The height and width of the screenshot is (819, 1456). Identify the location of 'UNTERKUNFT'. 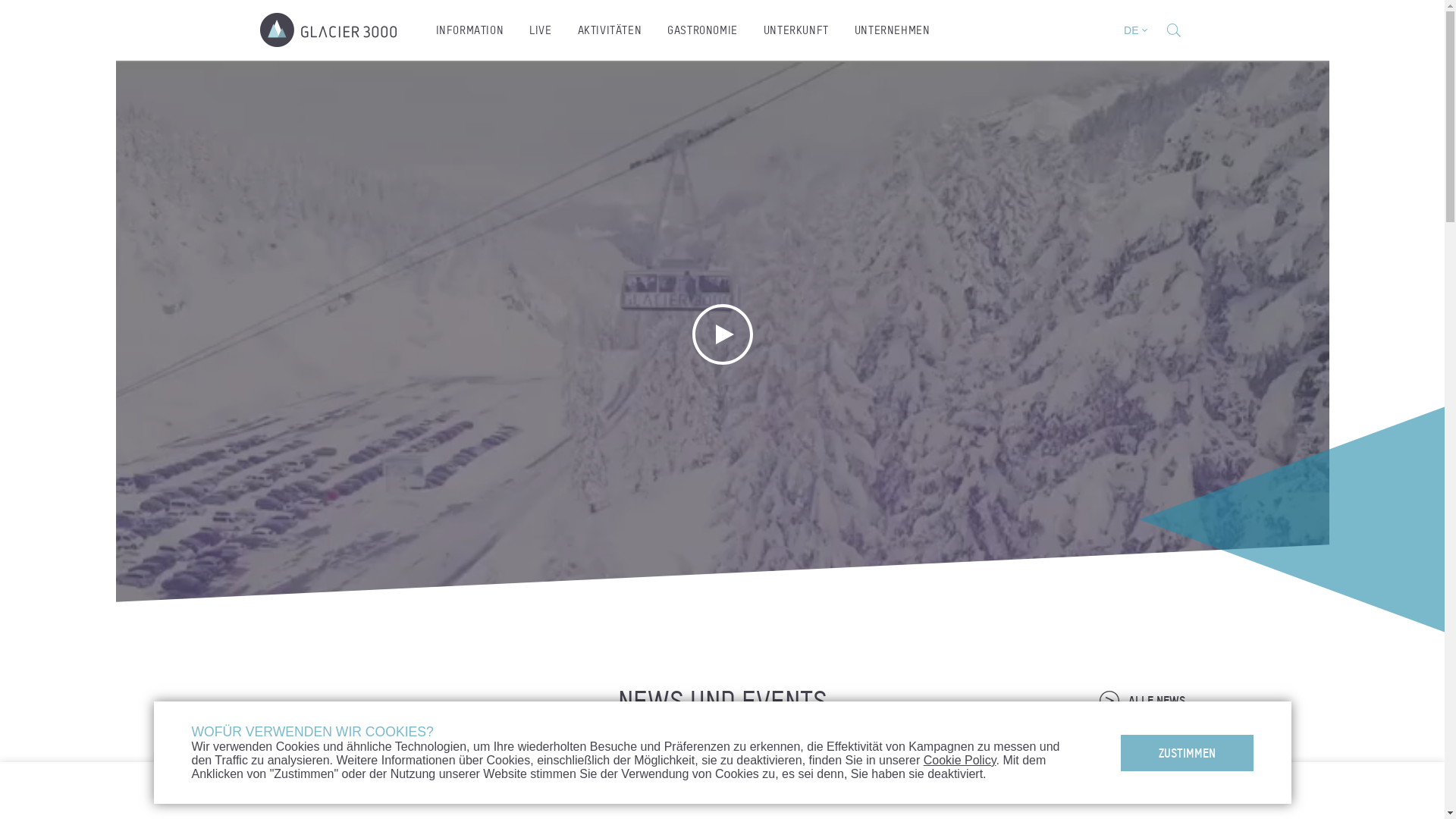
(795, 30).